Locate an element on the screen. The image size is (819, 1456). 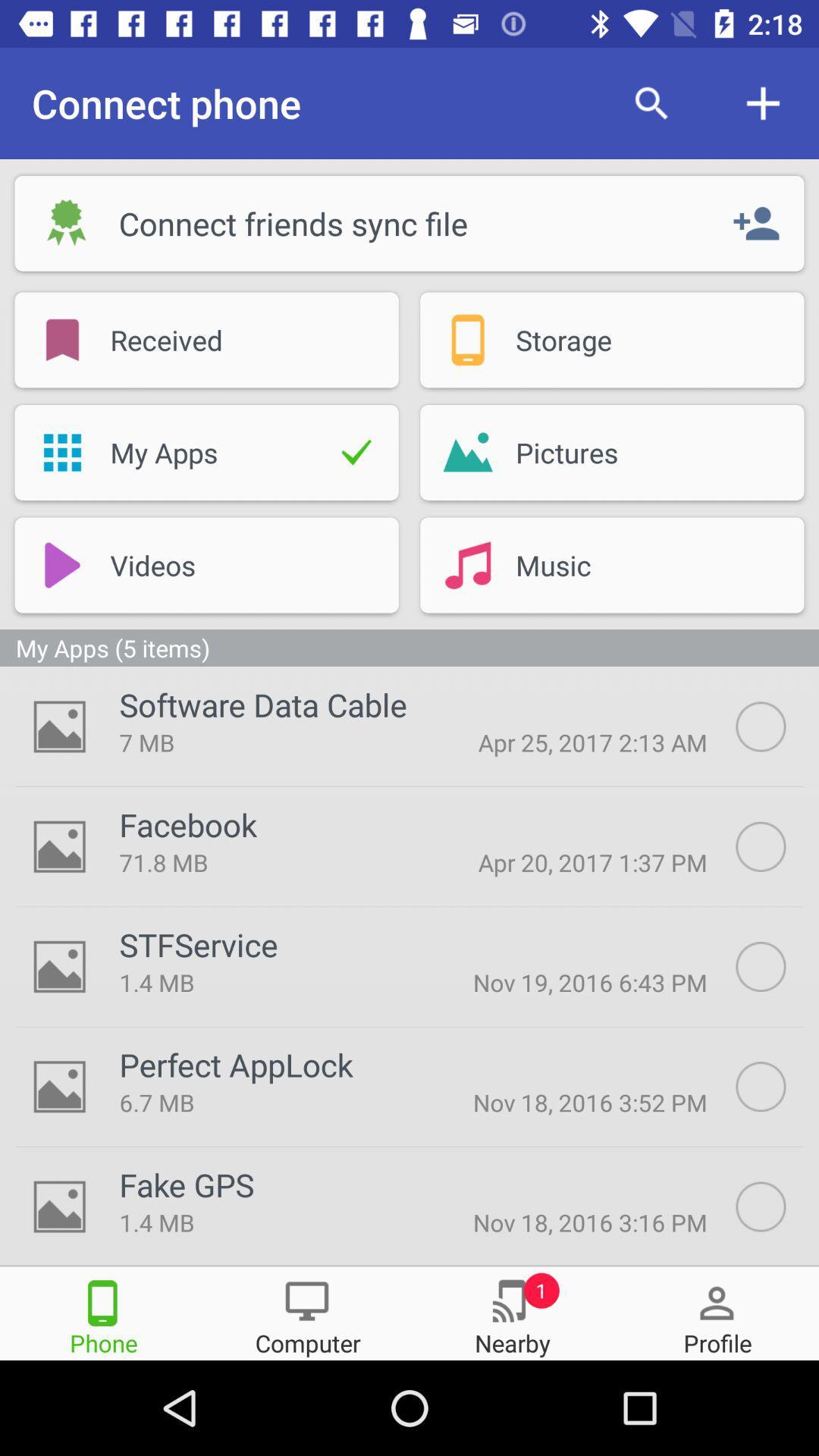
app to the left of the received is located at coordinates (61, 339).